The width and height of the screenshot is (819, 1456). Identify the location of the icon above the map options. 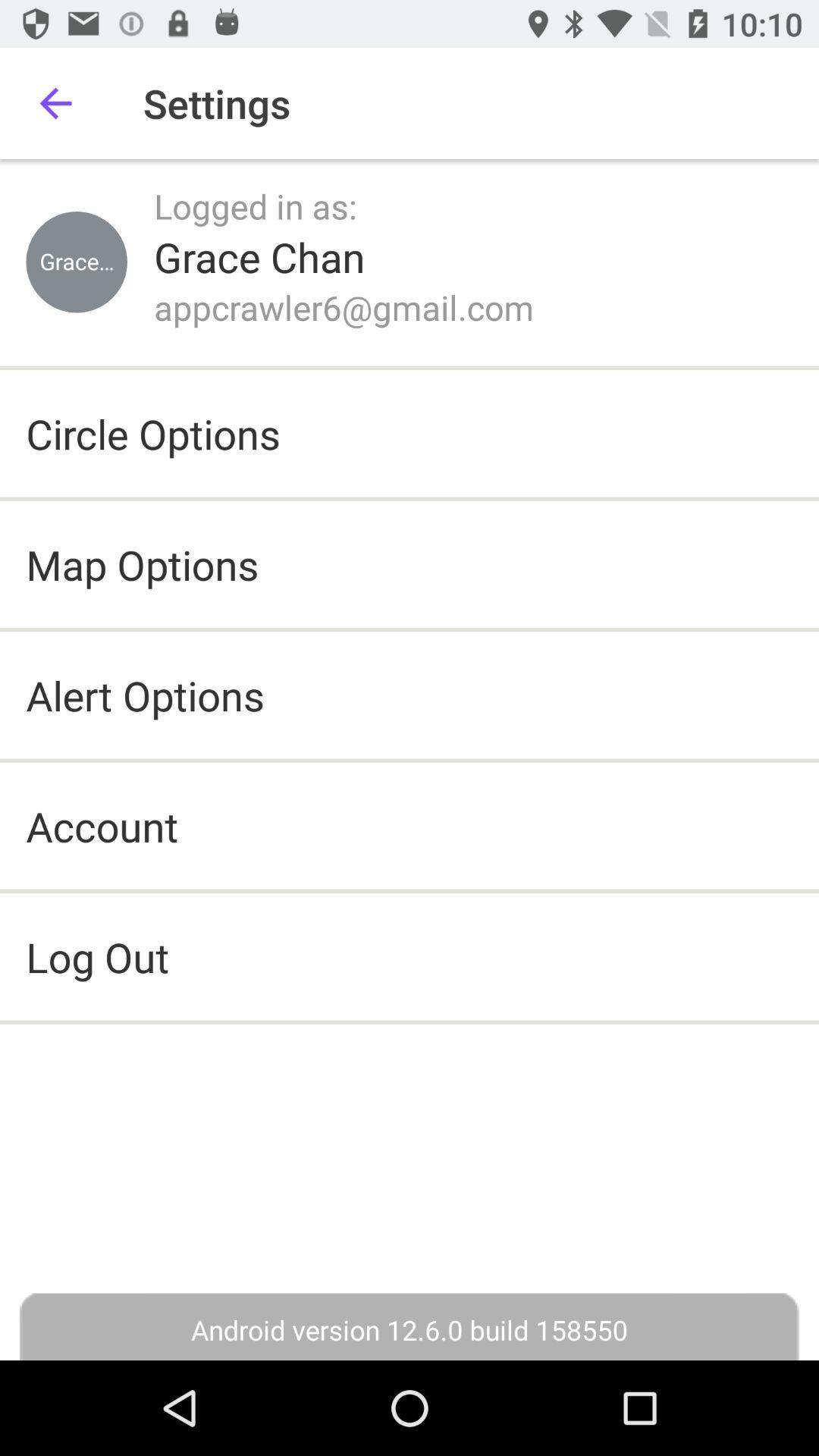
(153, 432).